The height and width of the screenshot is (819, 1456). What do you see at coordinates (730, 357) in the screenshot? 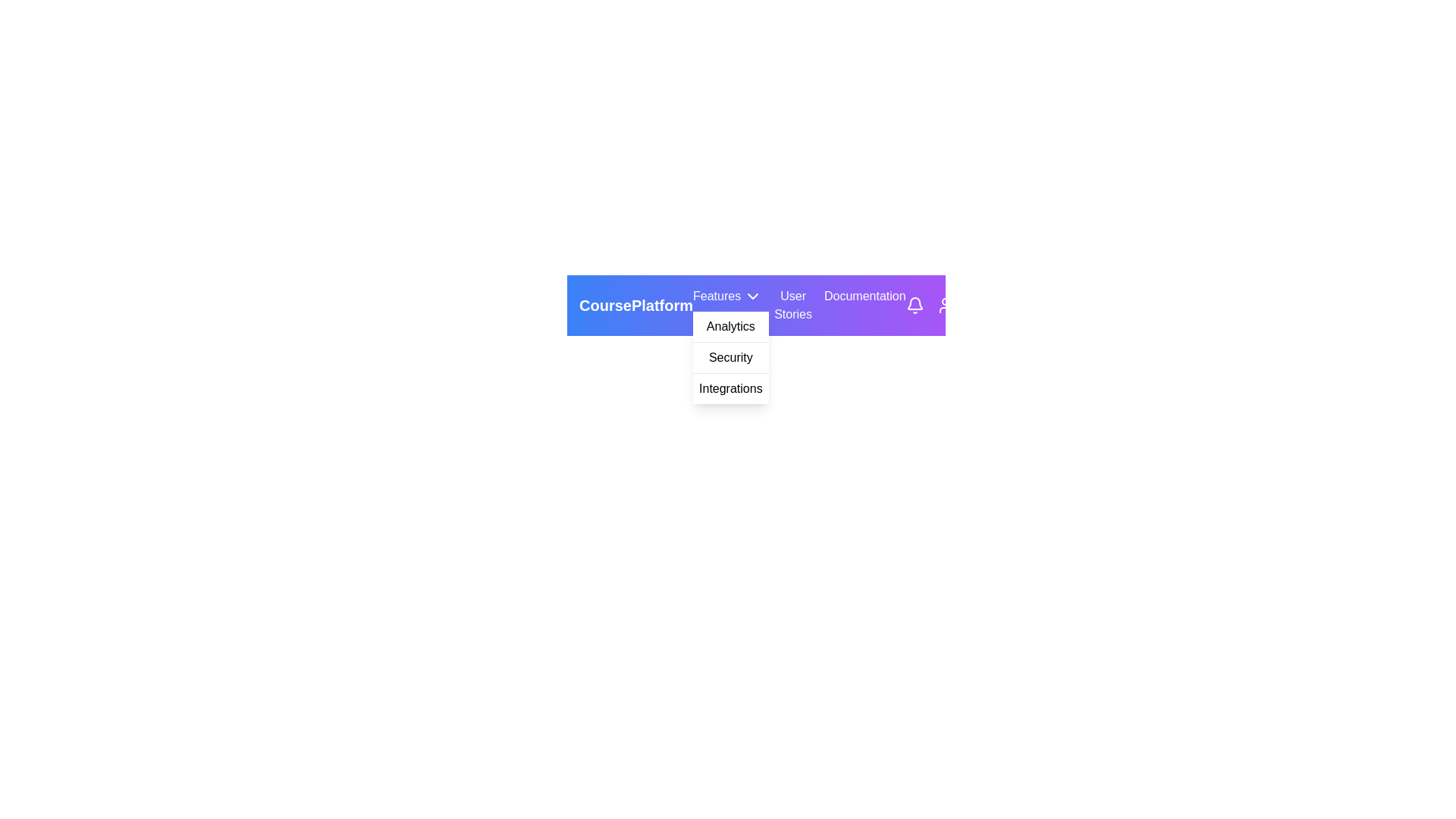
I see `the 'Security' option in the dropdown menu under the 'Features' category, which is styled with a white background and black text` at bounding box center [730, 357].